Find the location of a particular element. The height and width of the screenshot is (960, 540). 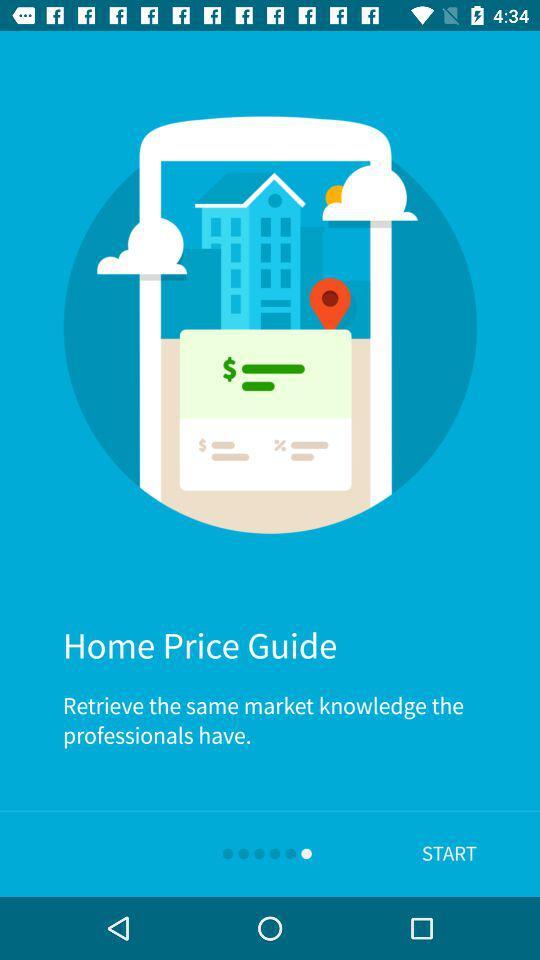

the icon below retrieve the same item is located at coordinates (449, 853).